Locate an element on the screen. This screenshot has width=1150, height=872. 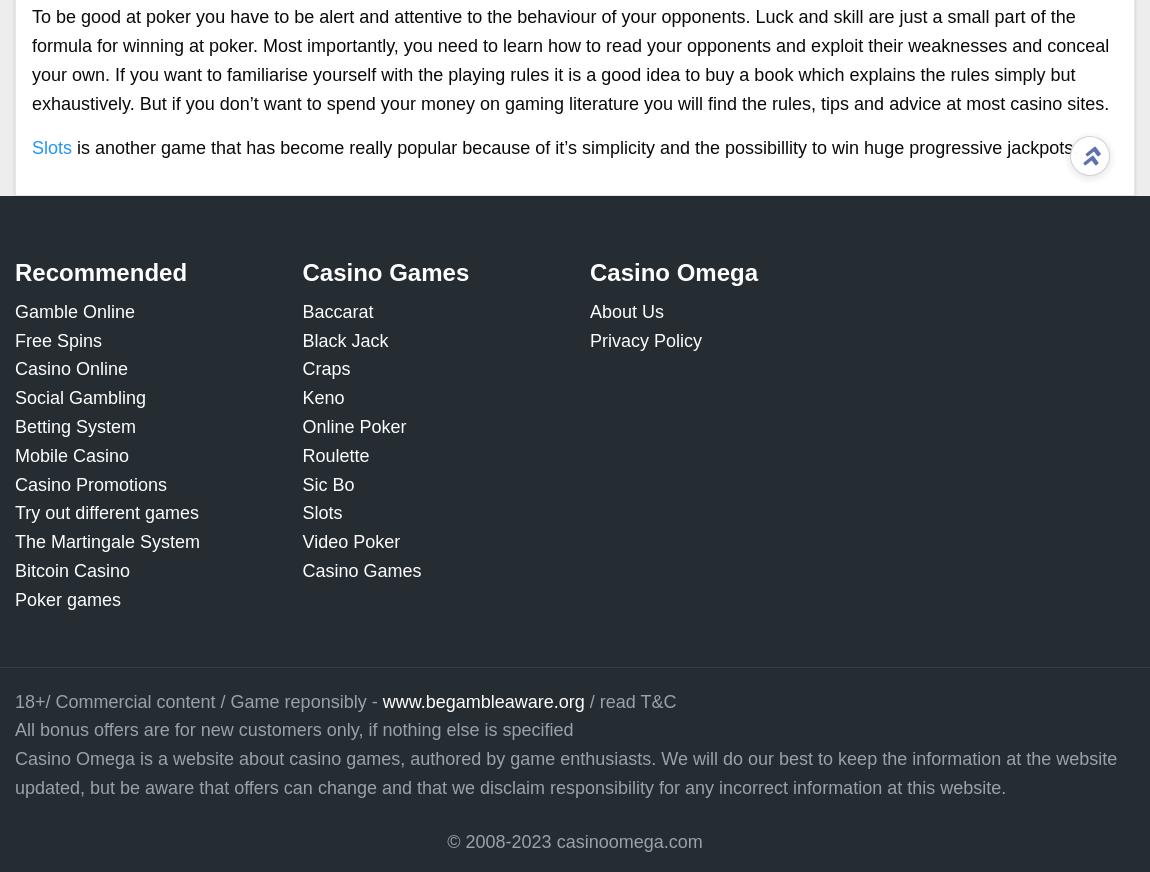
'Sic Bo' is located at coordinates (301, 482).